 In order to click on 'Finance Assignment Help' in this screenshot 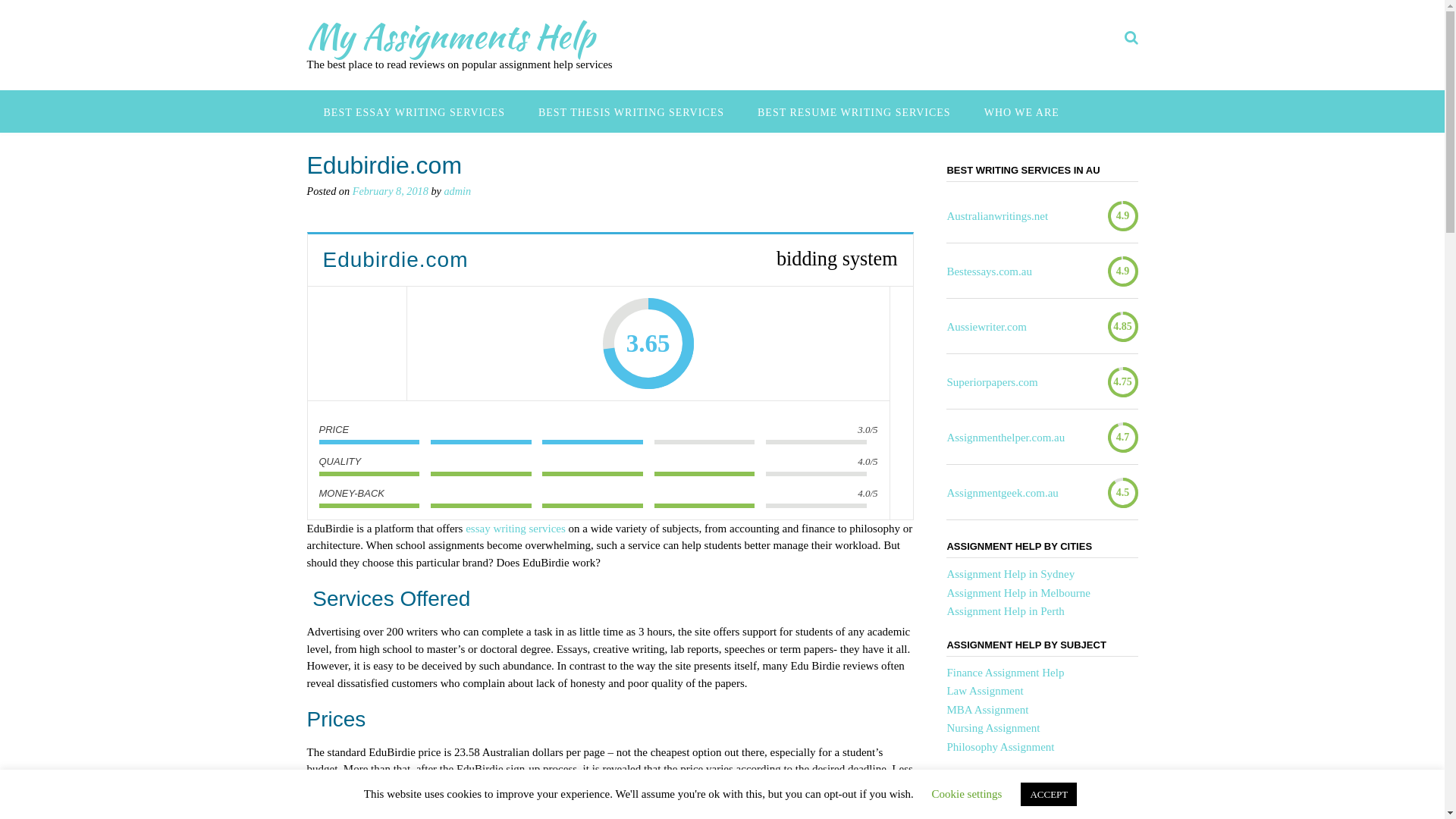, I will do `click(1005, 671)`.